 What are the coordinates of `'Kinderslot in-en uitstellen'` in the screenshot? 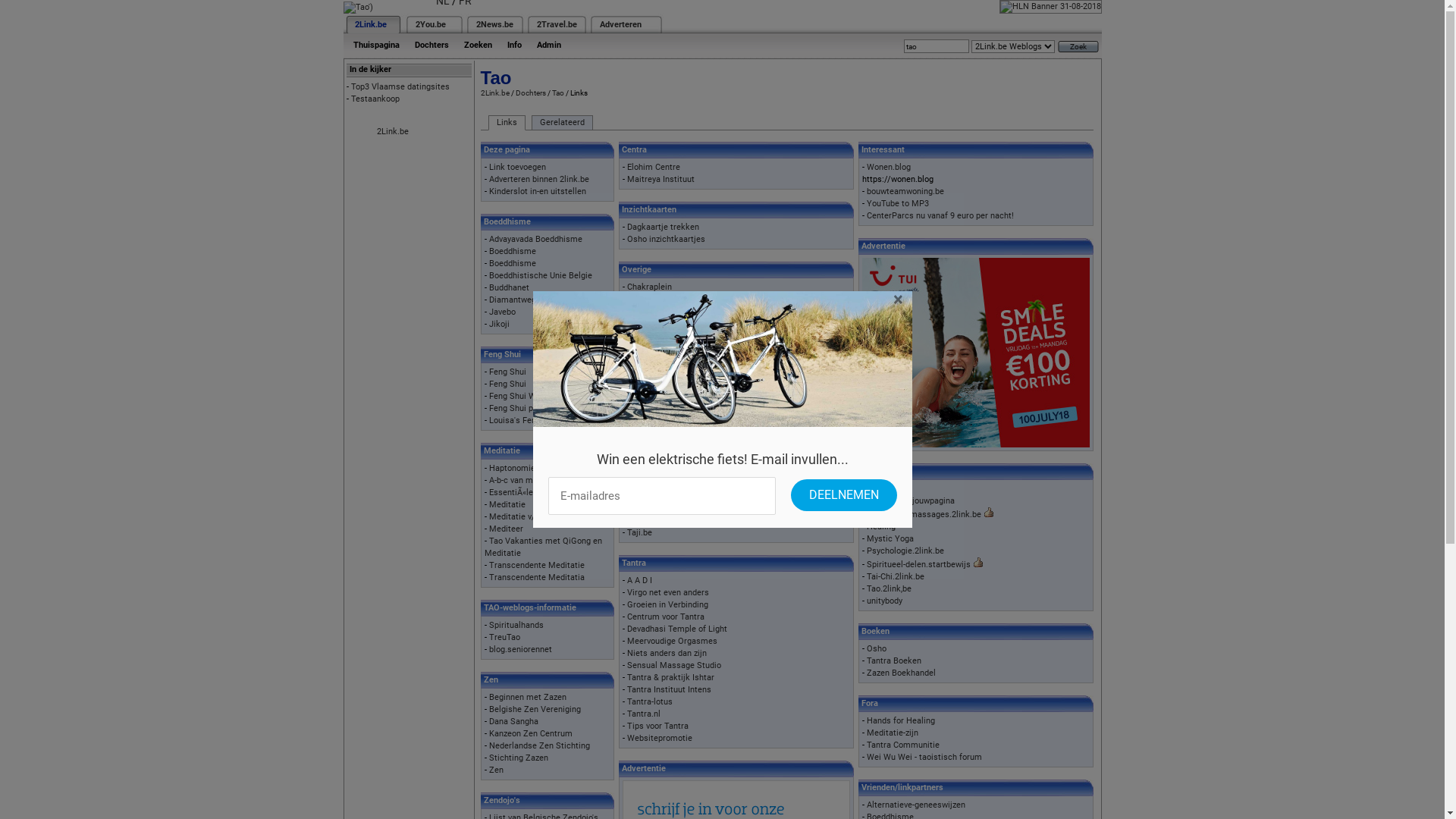 It's located at (537, 190).